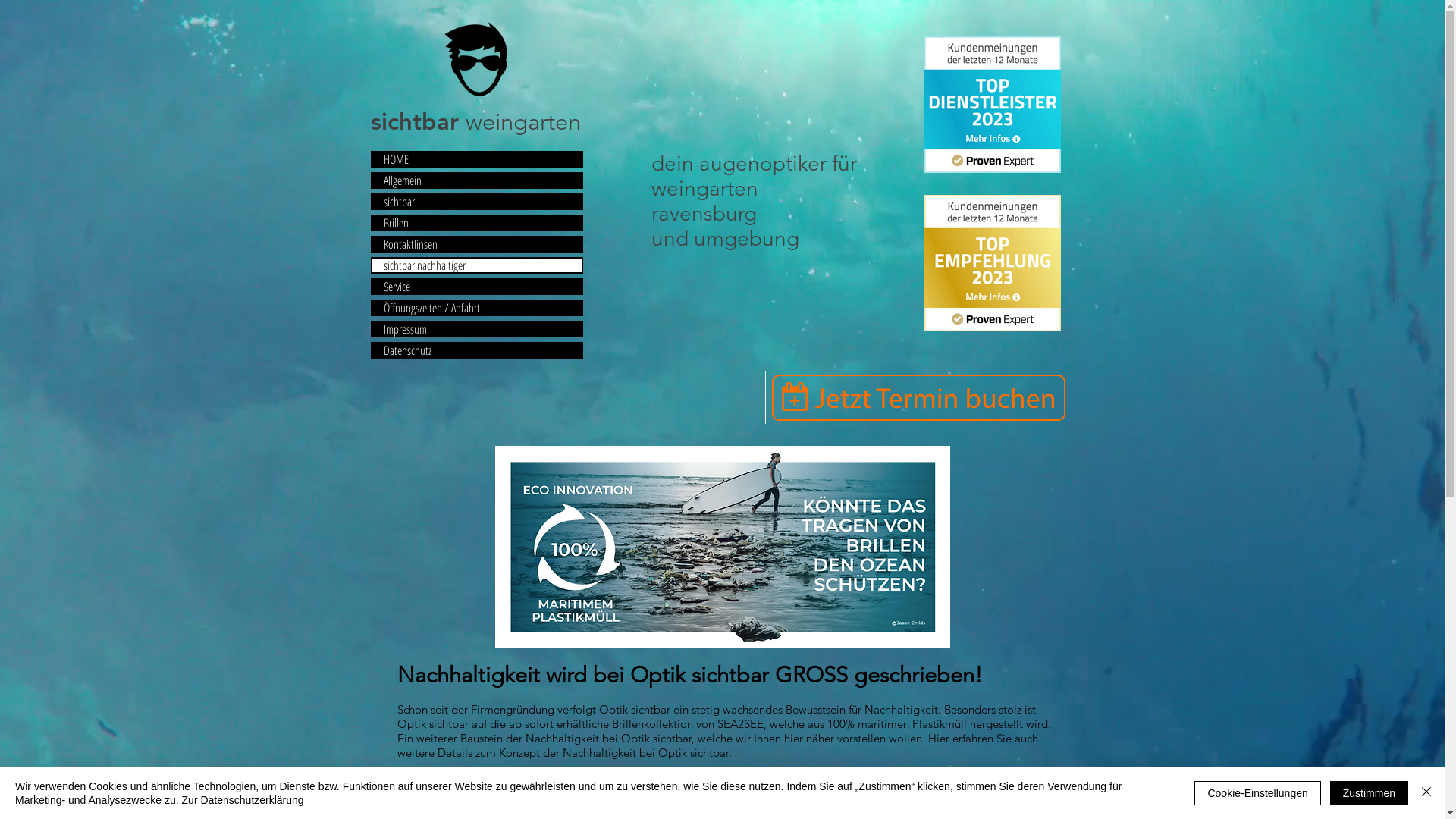  Describe the element at coordinates (475, 243) in the screenshot. I see `'Kontaktlinsen'` at that location.